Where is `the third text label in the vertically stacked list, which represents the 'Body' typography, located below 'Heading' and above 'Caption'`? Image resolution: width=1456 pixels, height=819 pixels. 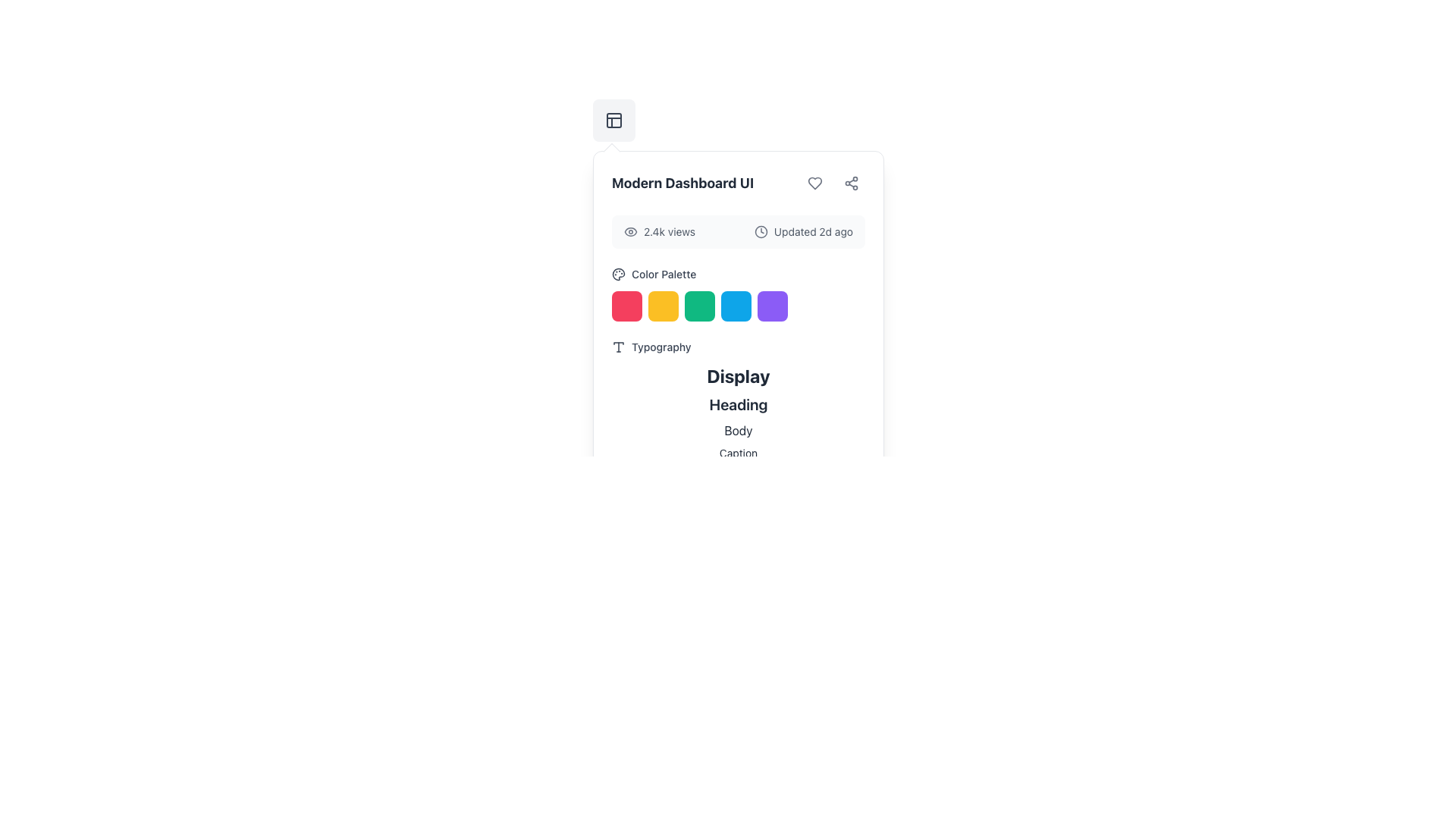 the third text label in the vertically stacked list, which represents the 'Body' typography, located below 'Heading' and above 'Caption' is located at coordinates (739, 430).